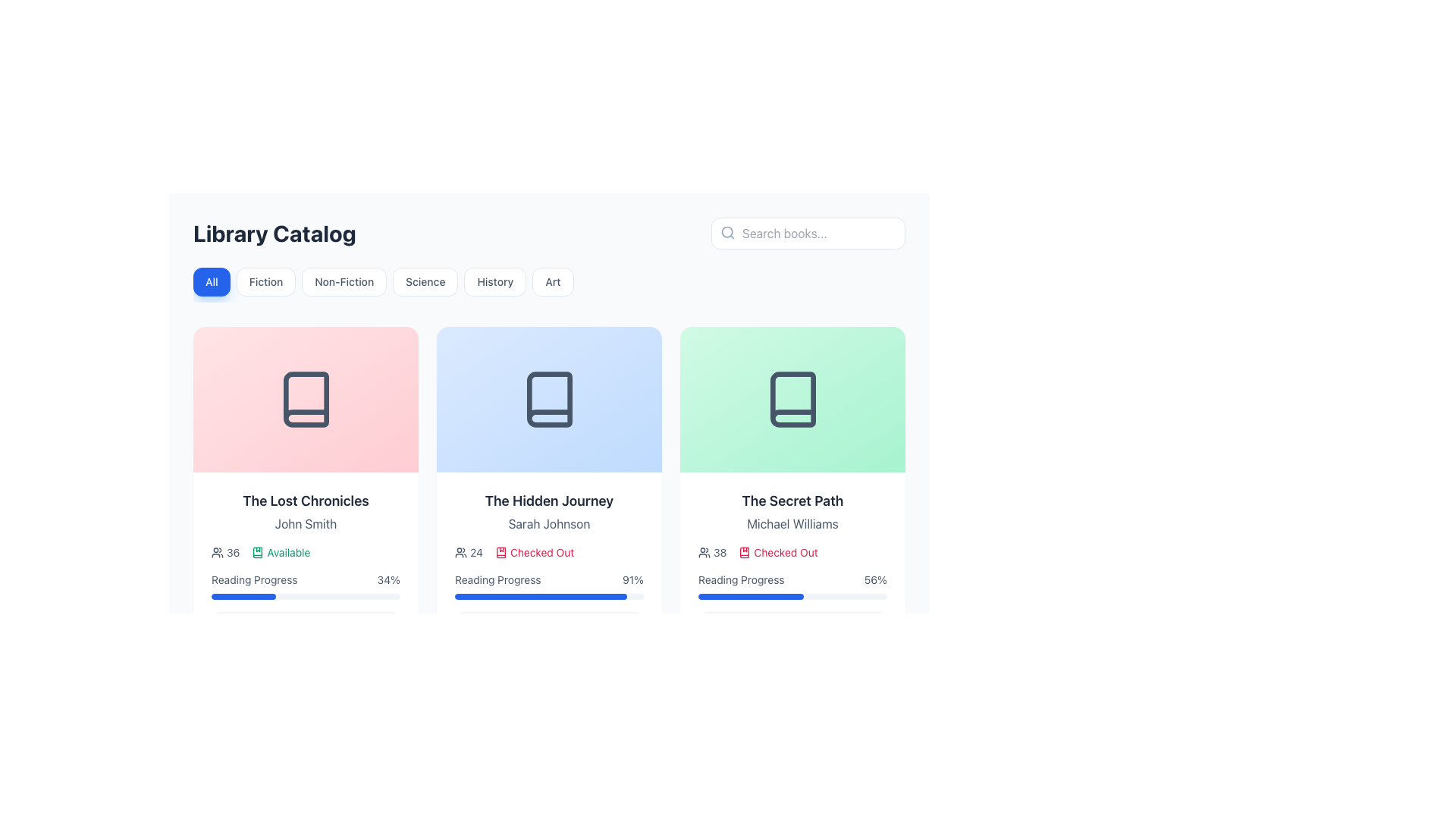  Describe the element at coordinates (265, 281) in the screenshot. I see `the 'Fiction' button, which is styled with rounded edges, a light background, and gray text, located in the horizontal navigation bar between 'All' and 'Non-Fiction'` at that location.